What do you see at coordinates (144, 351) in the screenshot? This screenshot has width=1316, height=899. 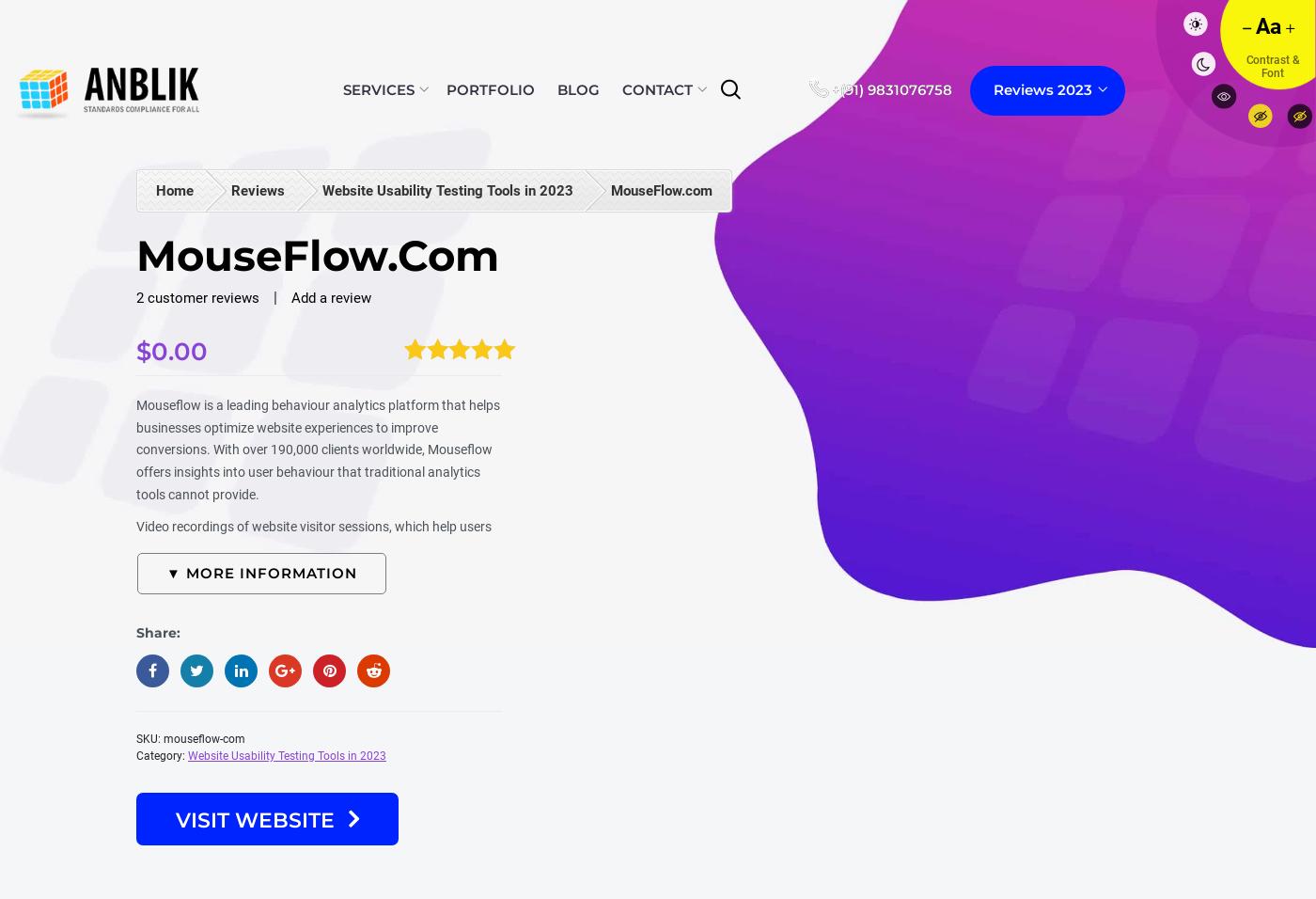 I see `'$'` at bounding box center [144, 351].